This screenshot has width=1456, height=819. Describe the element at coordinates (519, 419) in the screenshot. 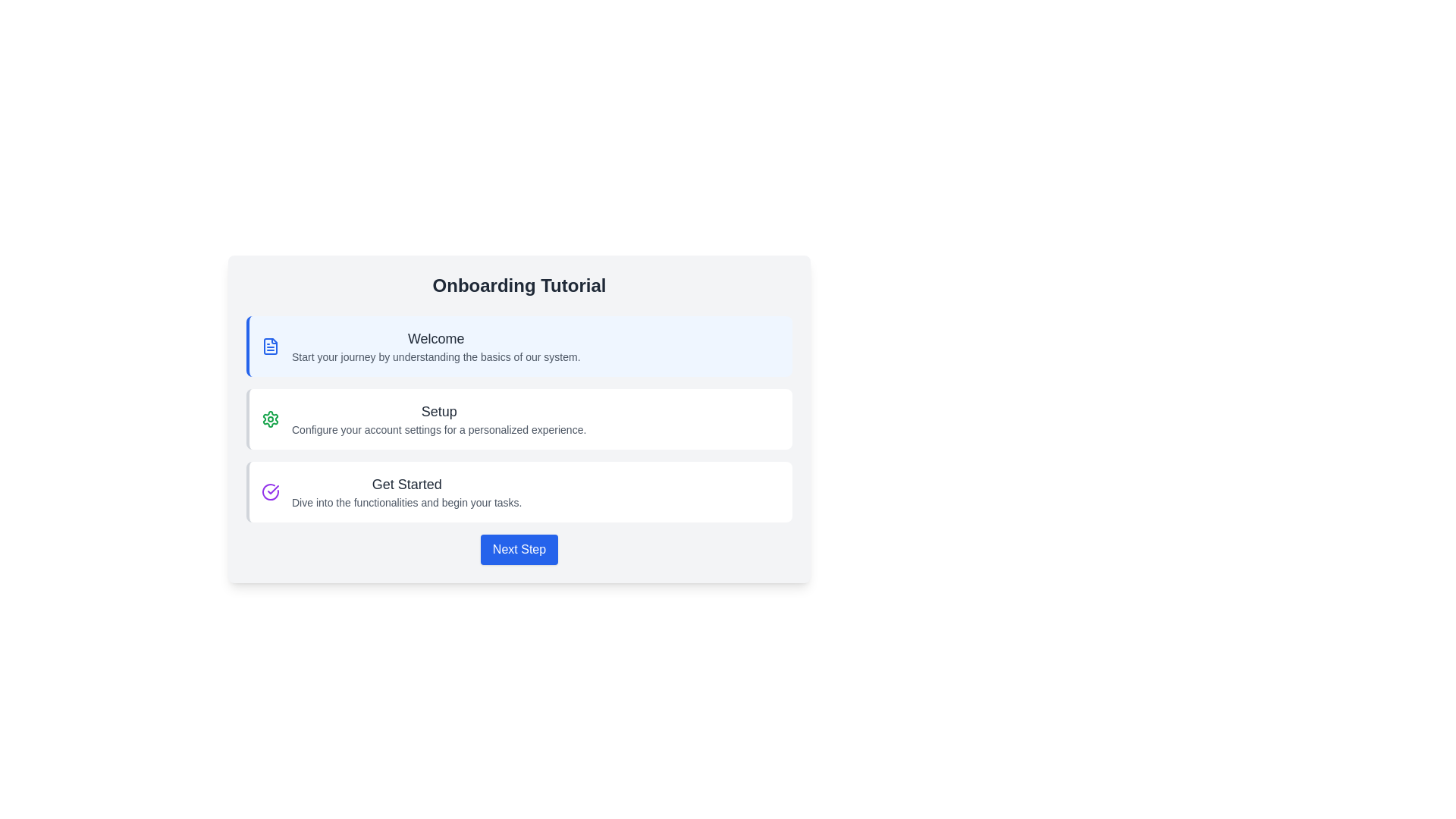

I see `the Informational panel, which introduces the 'Setup' stage of the onboarding process and describes its purpose to assist users in configuring account settings for a personalized experience` at that location.